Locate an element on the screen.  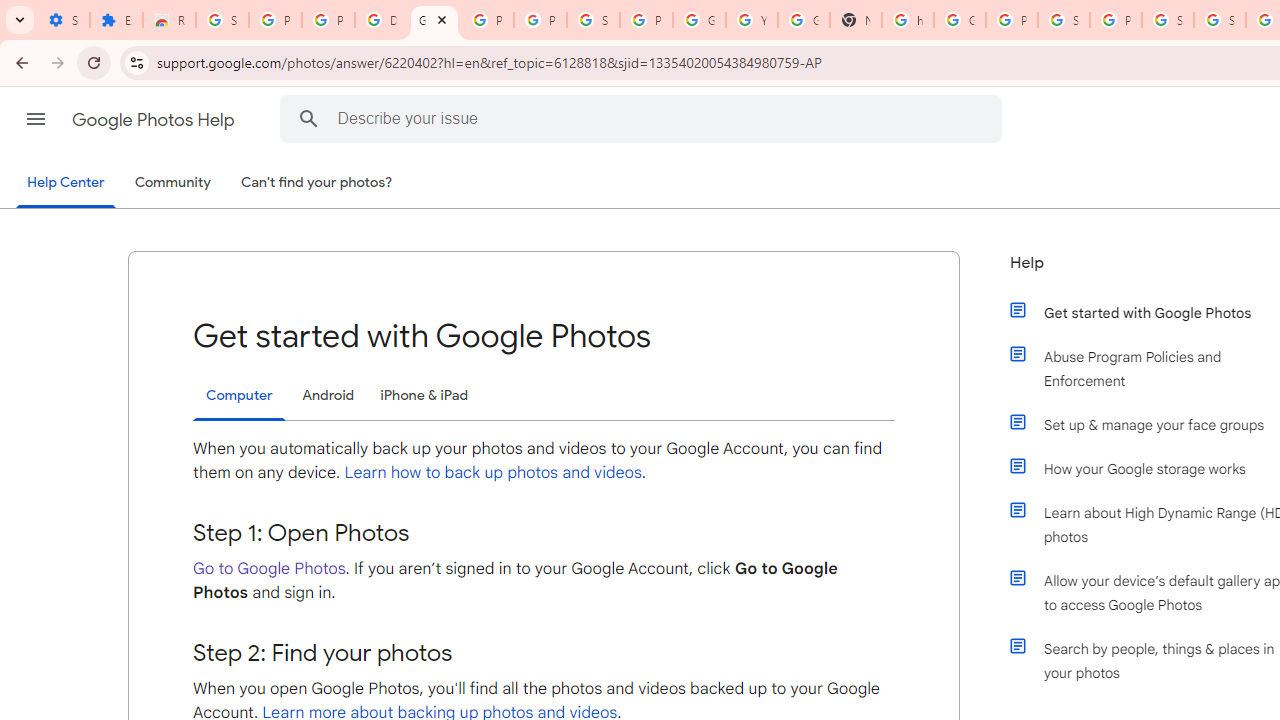
'Describe your issue' is located at coordinates (645, 118).